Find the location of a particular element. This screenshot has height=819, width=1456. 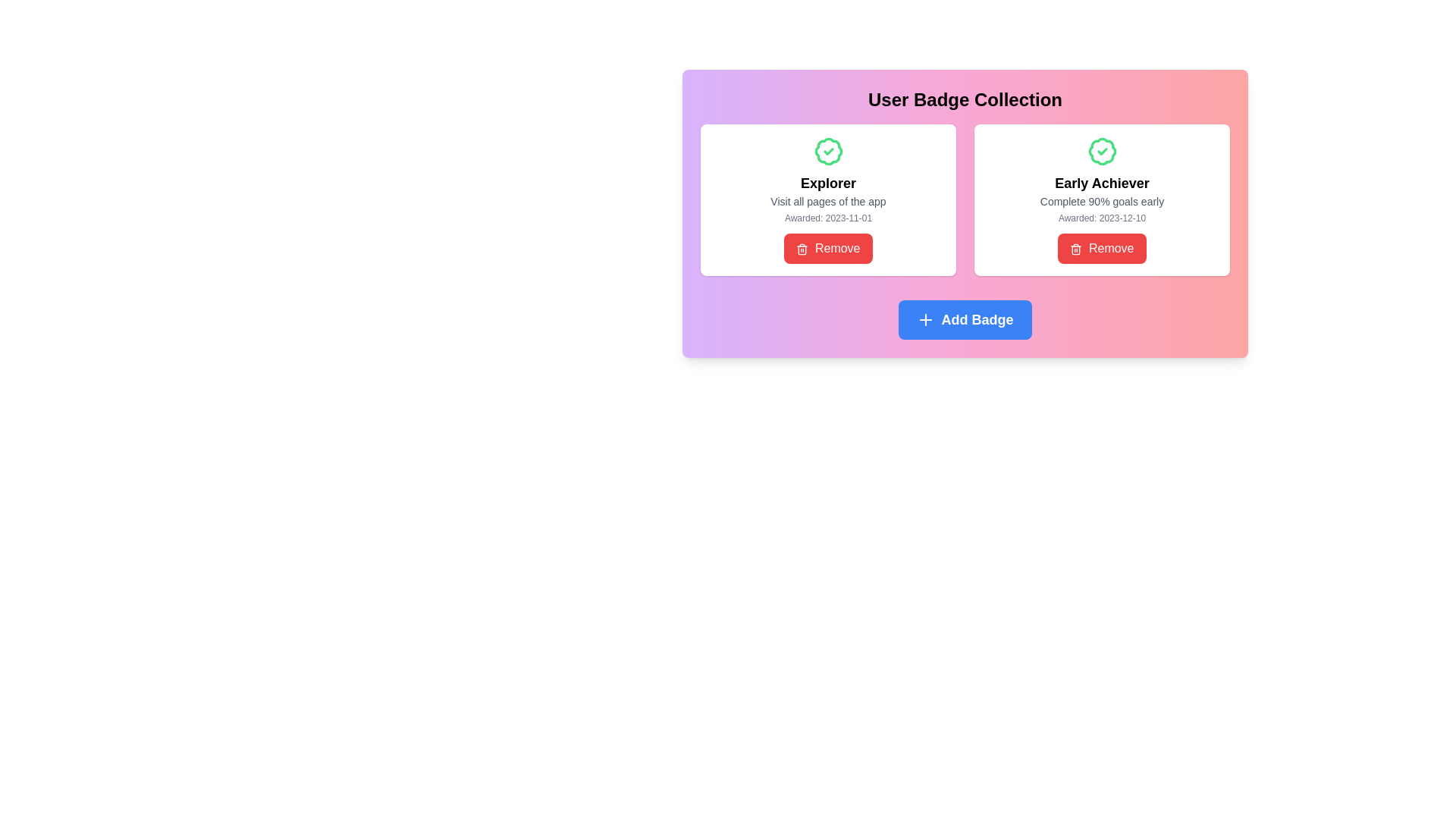

the text element displaying 'User Badge Collection', which is prominently positioned at the top-center of its card-like section is located at coordinates (964, 99).